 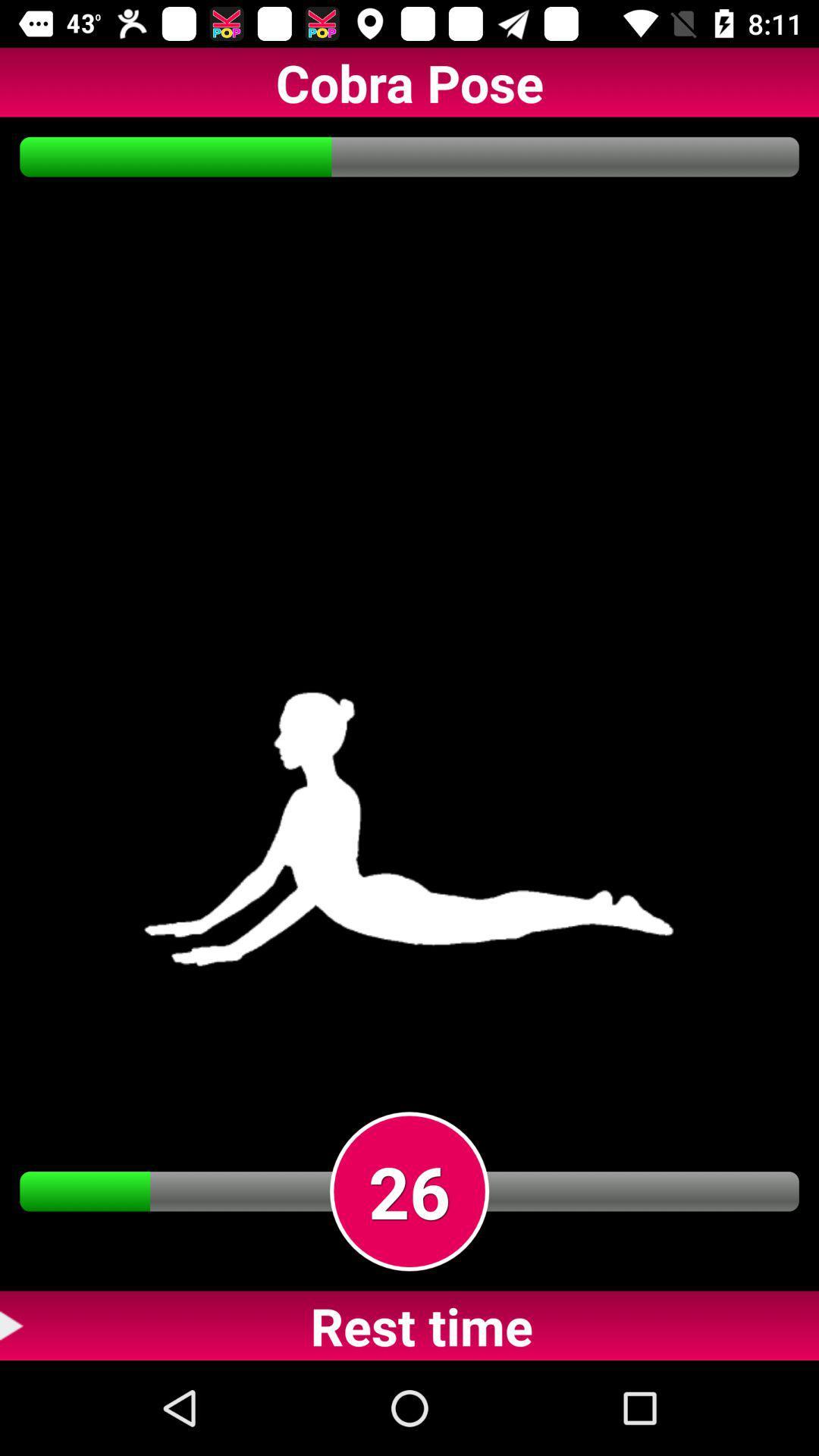 What do you see at coordinates (409, 1325) in the screenshot?
I see `rest time` at bounding box center [409, 1325].